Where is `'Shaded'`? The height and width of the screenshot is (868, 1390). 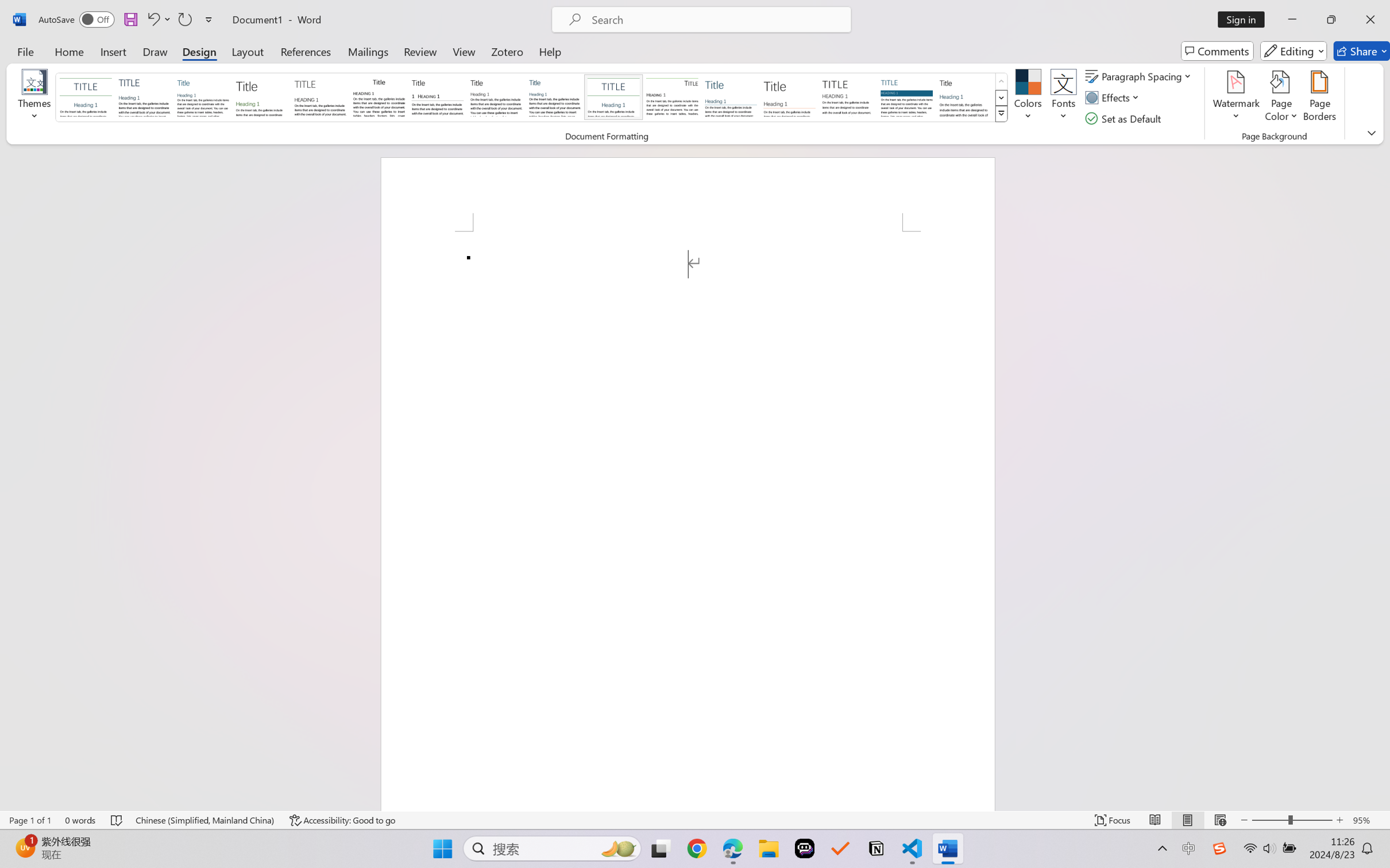 'Shaded' is located at coordinates (906, 96).